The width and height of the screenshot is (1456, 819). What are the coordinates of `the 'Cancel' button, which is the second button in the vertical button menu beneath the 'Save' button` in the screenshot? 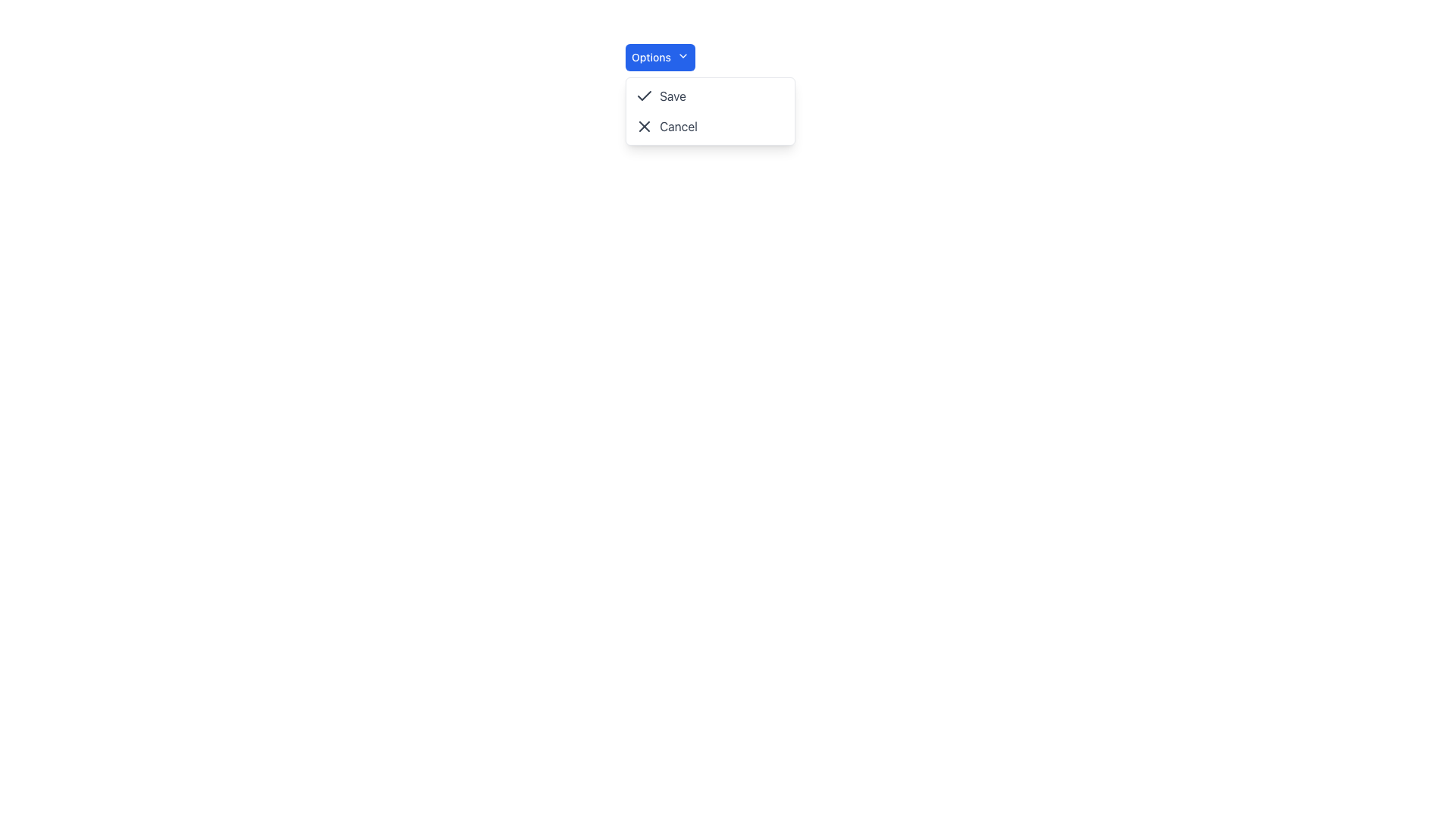 It's located at (709, 125).